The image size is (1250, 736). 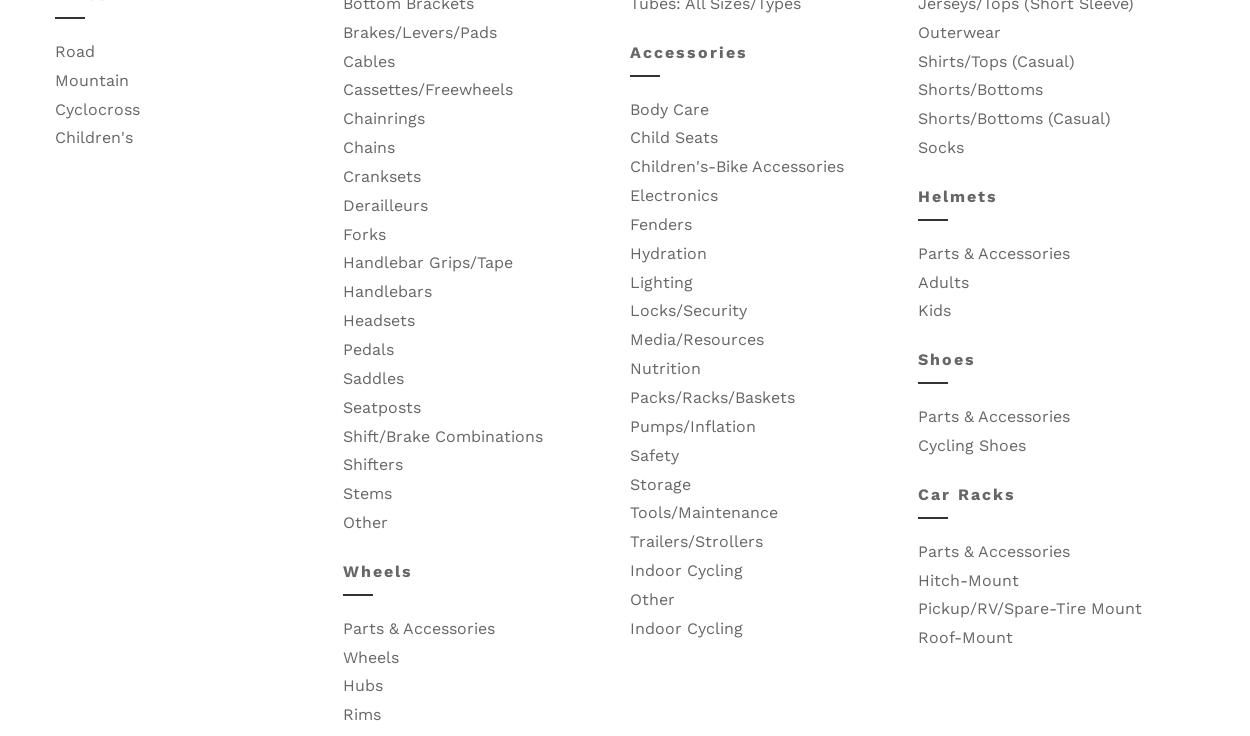 I want to click on 'Socks', so click(x=939, y=147).